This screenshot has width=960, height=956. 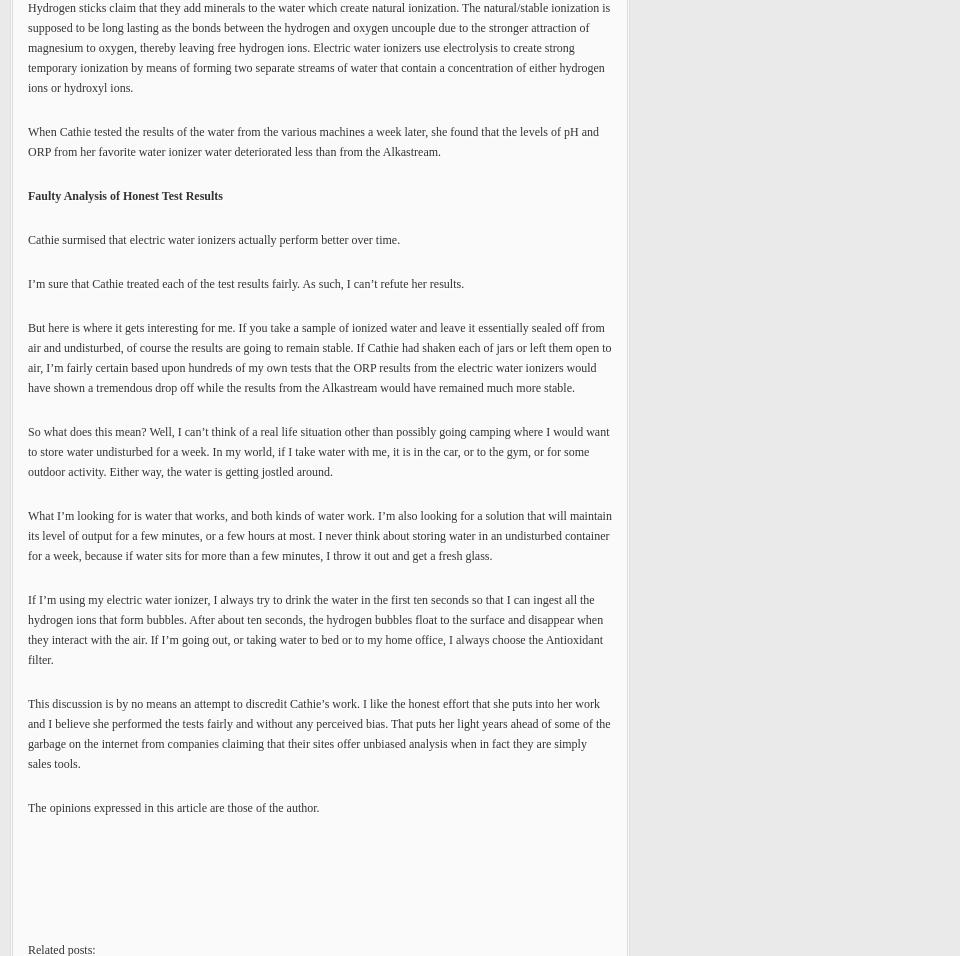 I want to click on 'If I’m using my electric water ionizer, I always try to drink the water in the first ten seconds so that I can ingest all the hydrogen ions that form bubbles.  After about ten seconds, the hydrogen bubbles float to the surface and disappear when they interact with the air.  If I’m going out, or taking water to bed or to my home office, I always choose the Antioxidant filter.', so click(x=27, y=630).